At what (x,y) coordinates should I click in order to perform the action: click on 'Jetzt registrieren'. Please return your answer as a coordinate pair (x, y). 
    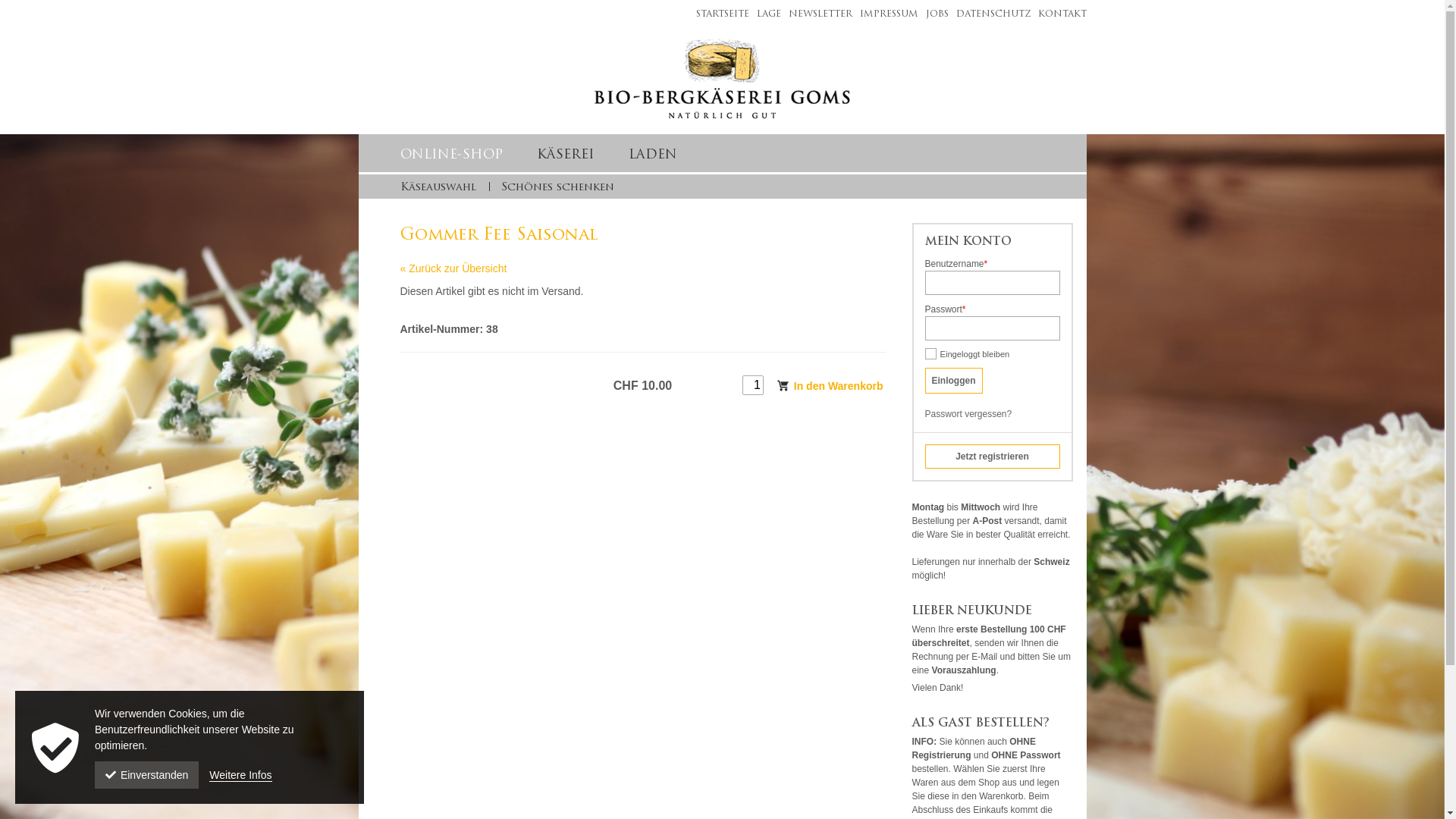
    Looking at the image, I should click on (924, 455).